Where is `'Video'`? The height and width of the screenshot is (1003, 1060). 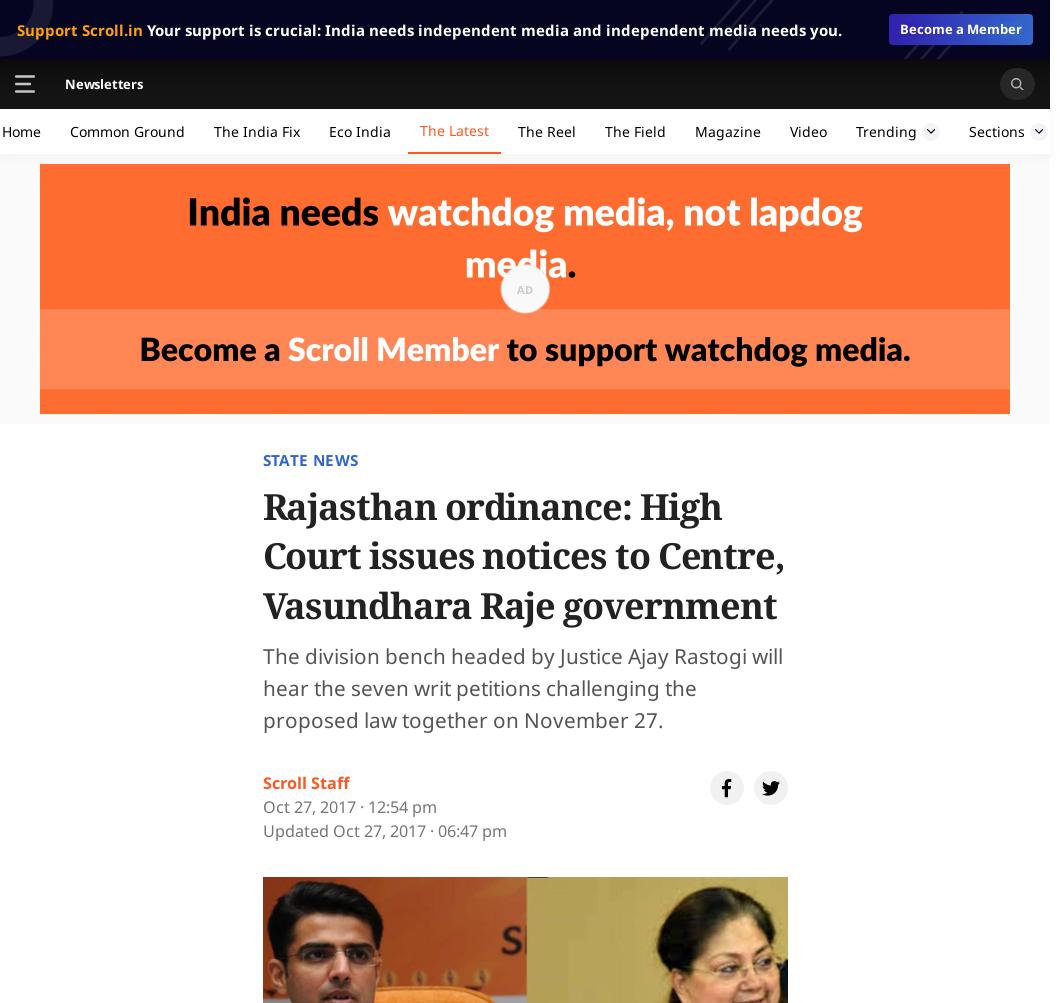
'Video' is located at coordinates (808, 130).